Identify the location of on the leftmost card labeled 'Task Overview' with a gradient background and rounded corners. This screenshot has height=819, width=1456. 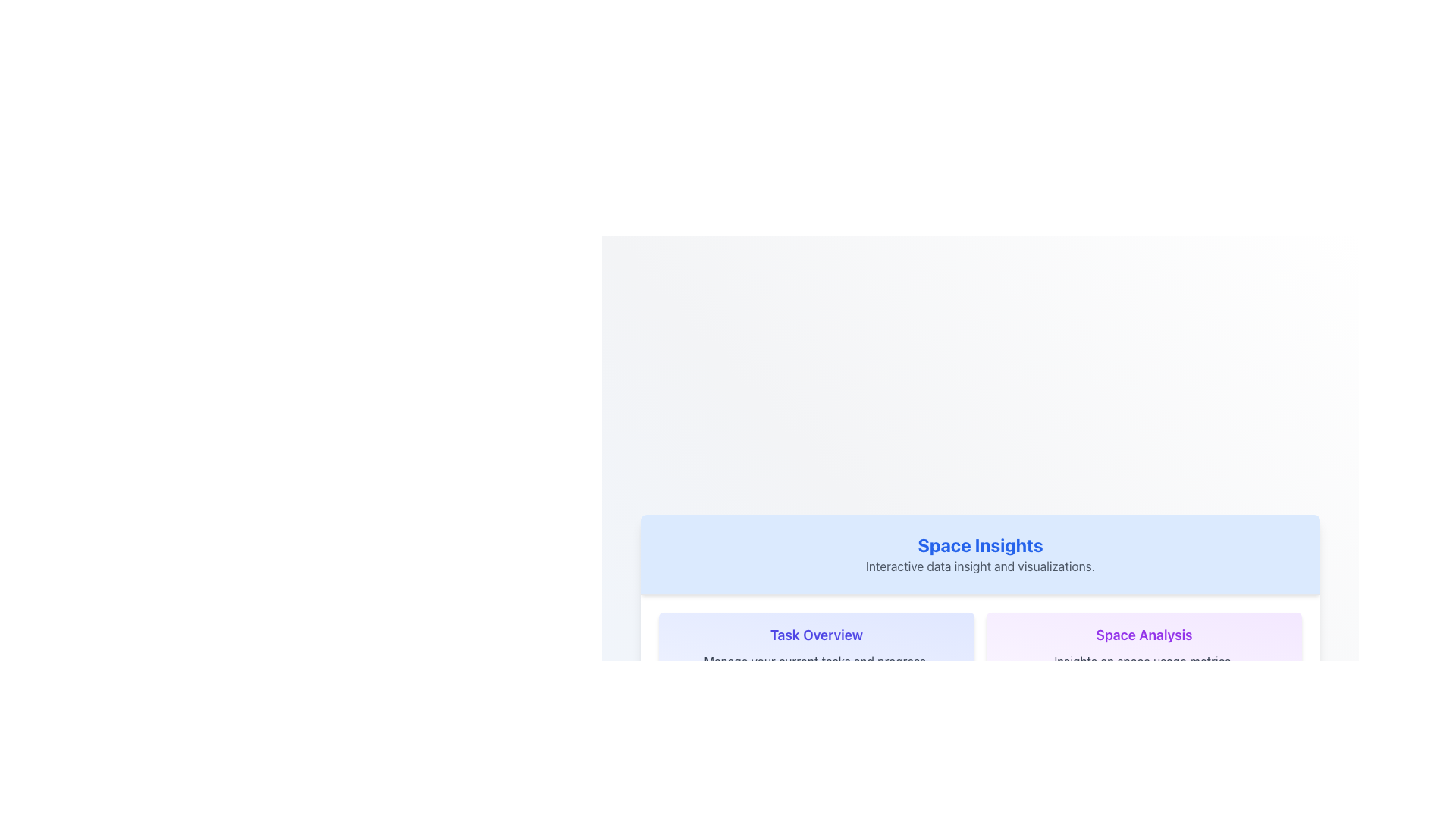
(815, 647).